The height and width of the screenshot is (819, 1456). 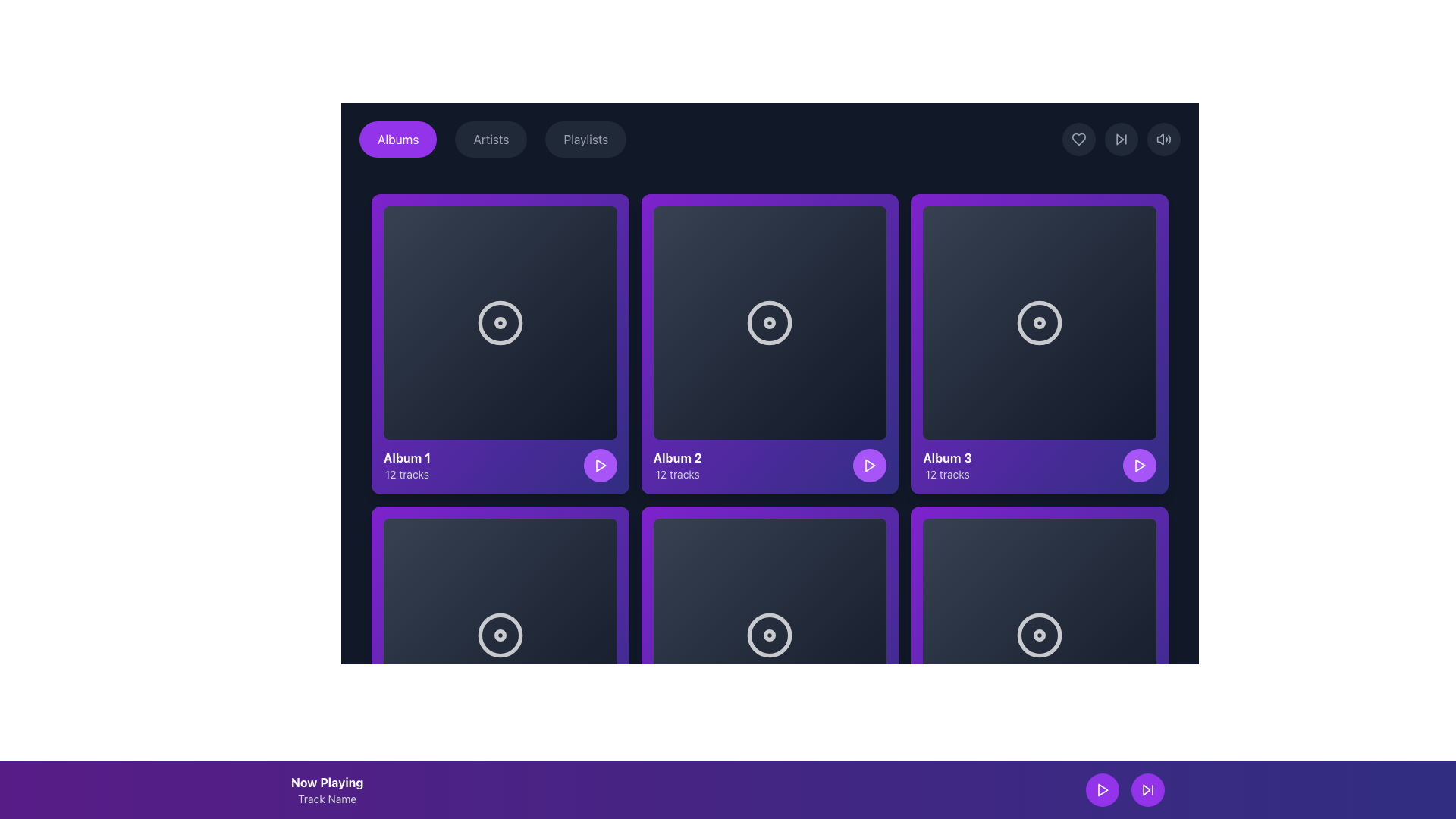 I want to click on text from the Text Label displaying '12 tracks', which is located below 'Album 3' in the purple album box, so click(x=946, y=473).